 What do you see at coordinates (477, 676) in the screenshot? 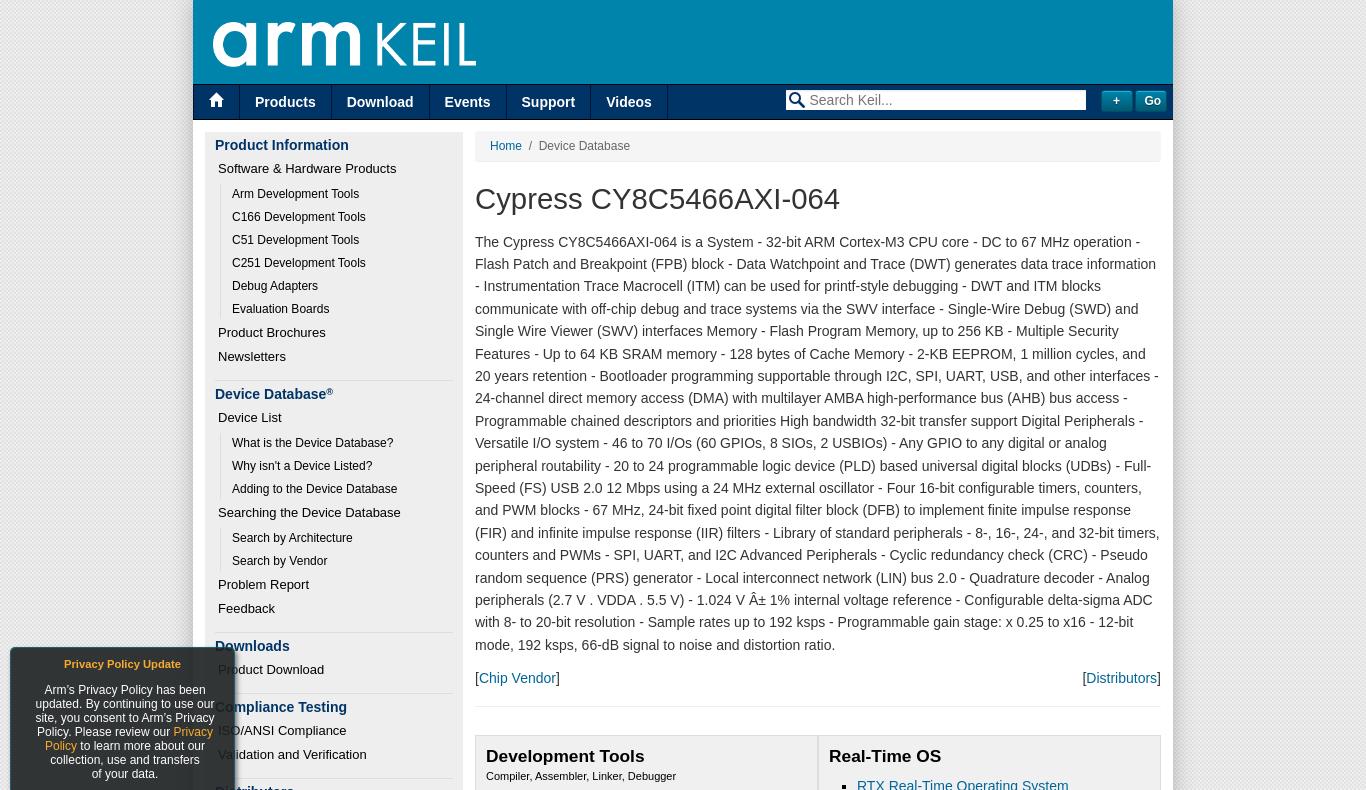
I see `'Chip Vendor'` at bounding box center [477, 676].